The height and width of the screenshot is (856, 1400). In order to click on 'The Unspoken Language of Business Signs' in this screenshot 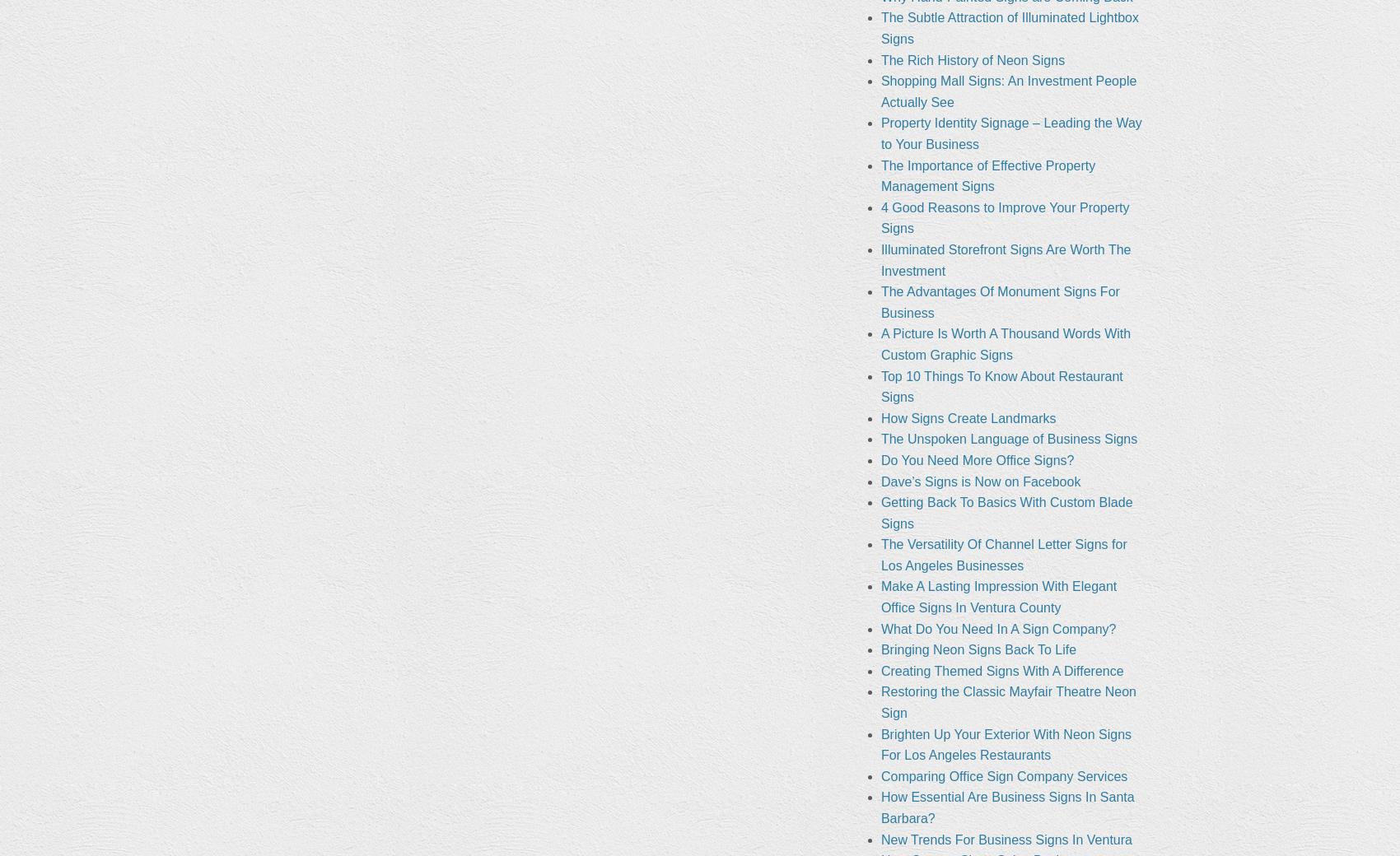, I will do `click(1008, 438)`.